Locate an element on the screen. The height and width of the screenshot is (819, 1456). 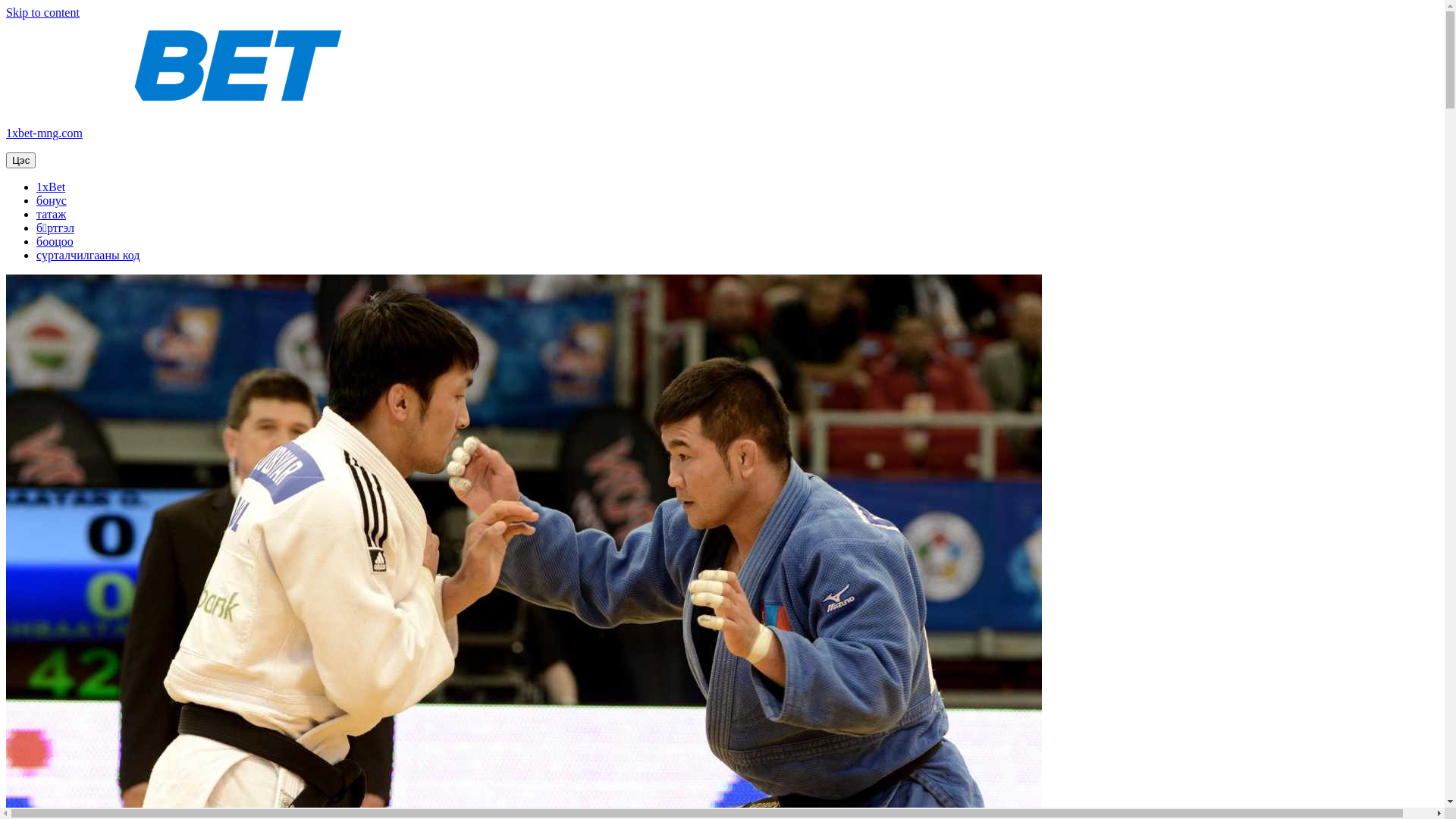
'Skip to content' is located at coordinates (42, 12).